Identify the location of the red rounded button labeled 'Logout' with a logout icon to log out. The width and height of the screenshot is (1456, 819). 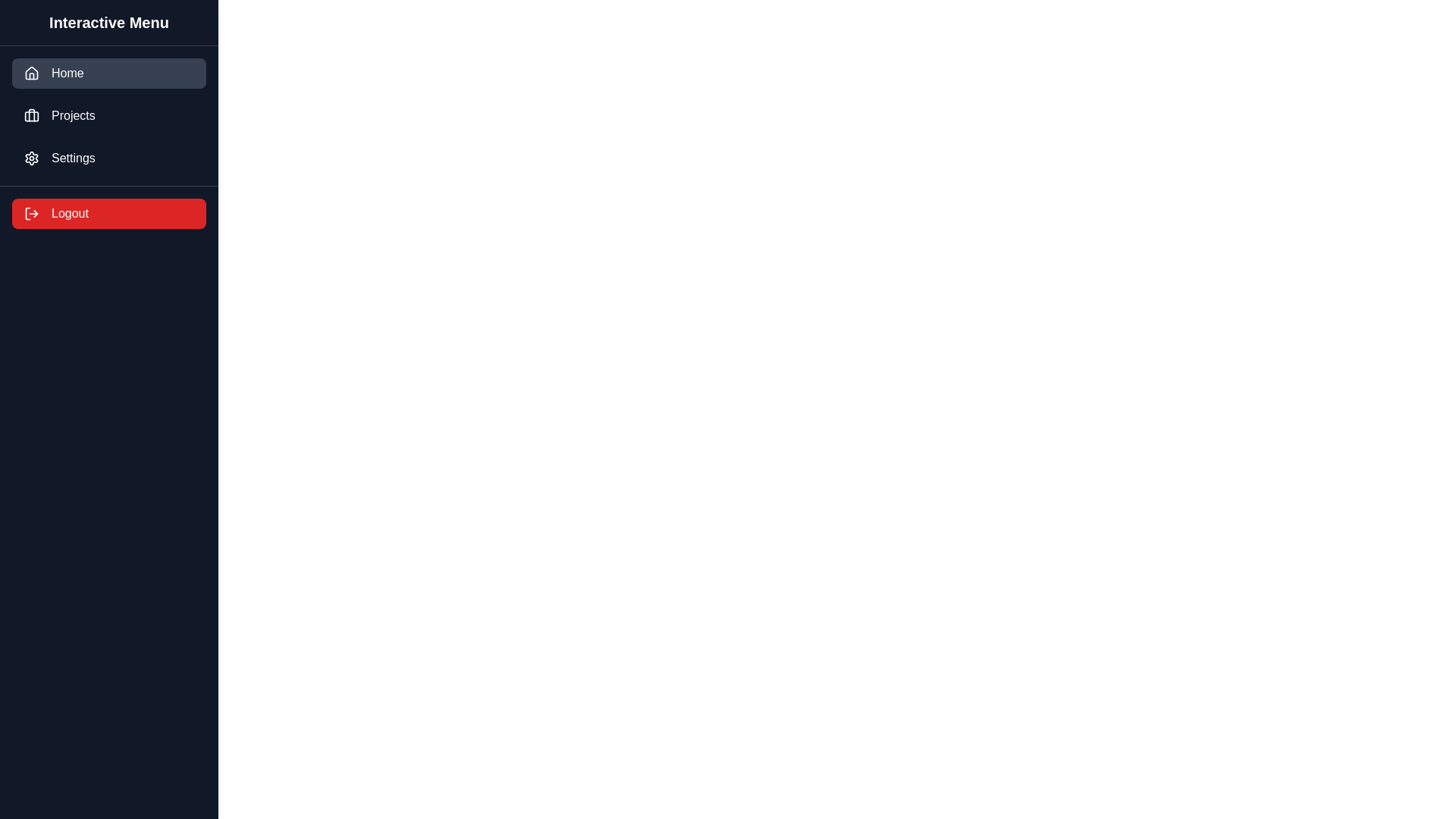
(108, 213).